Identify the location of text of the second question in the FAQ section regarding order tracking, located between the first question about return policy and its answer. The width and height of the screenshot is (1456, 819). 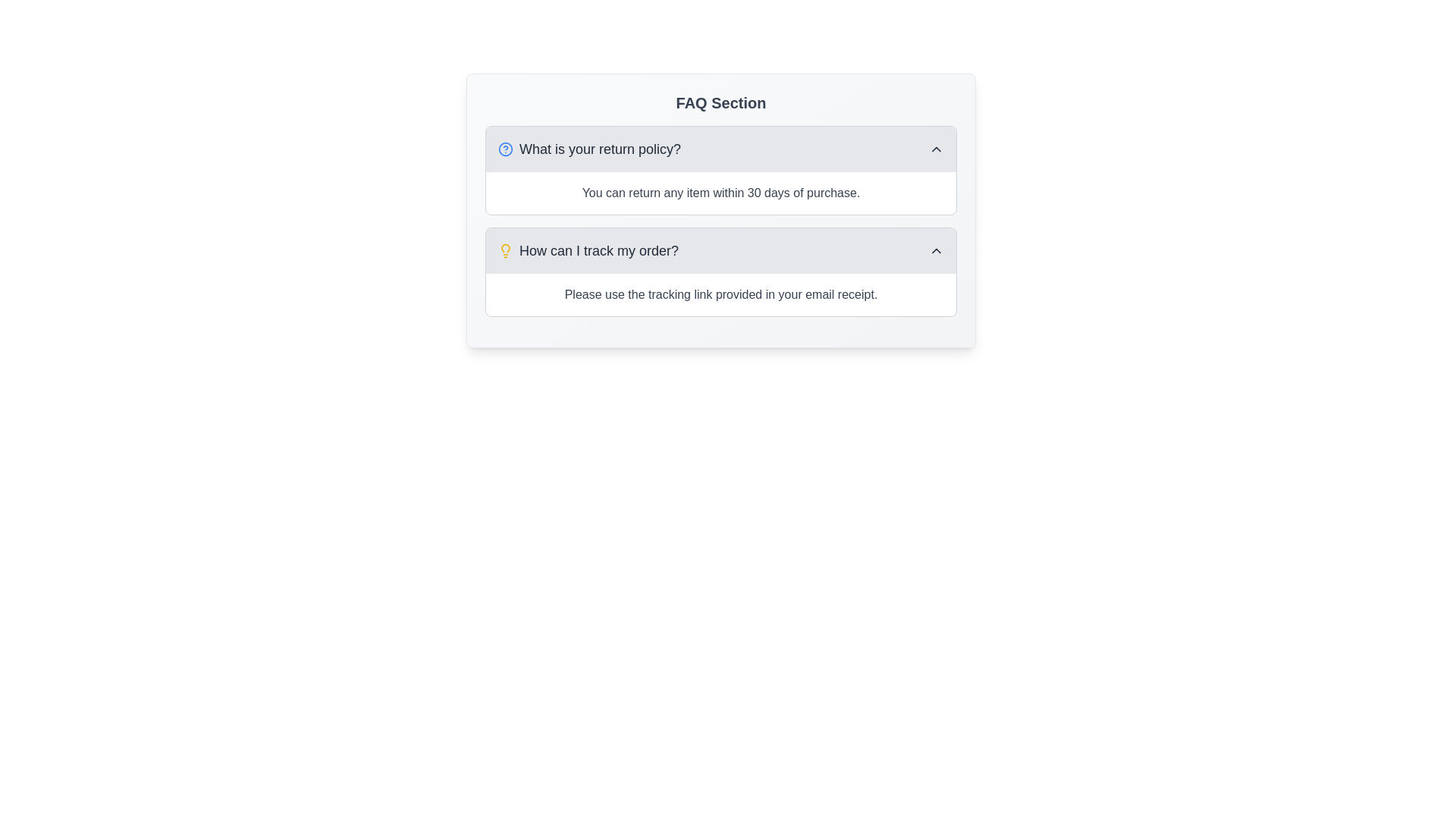
(598, 250).